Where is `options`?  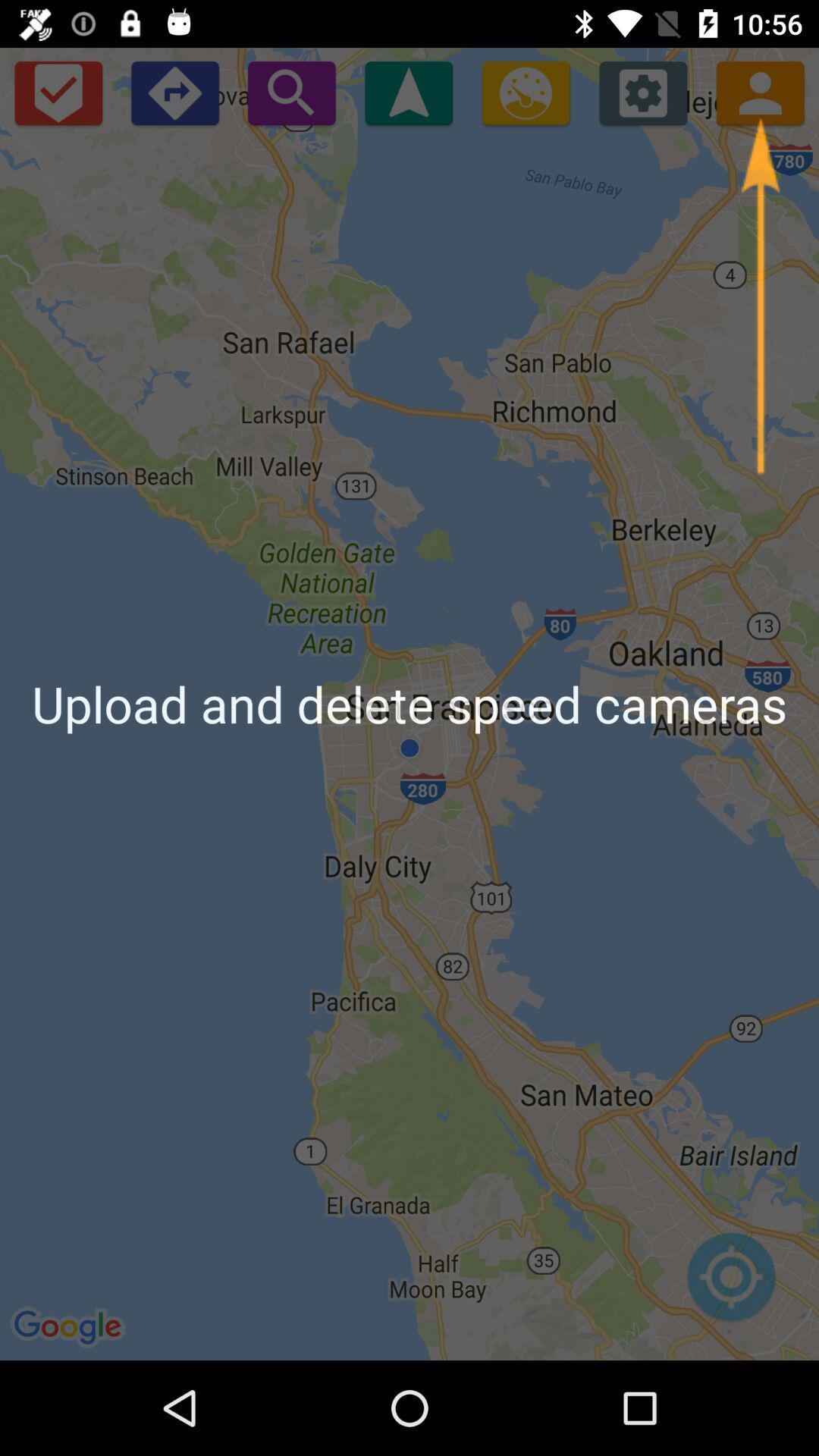
options is located at coordinates (643, 92).